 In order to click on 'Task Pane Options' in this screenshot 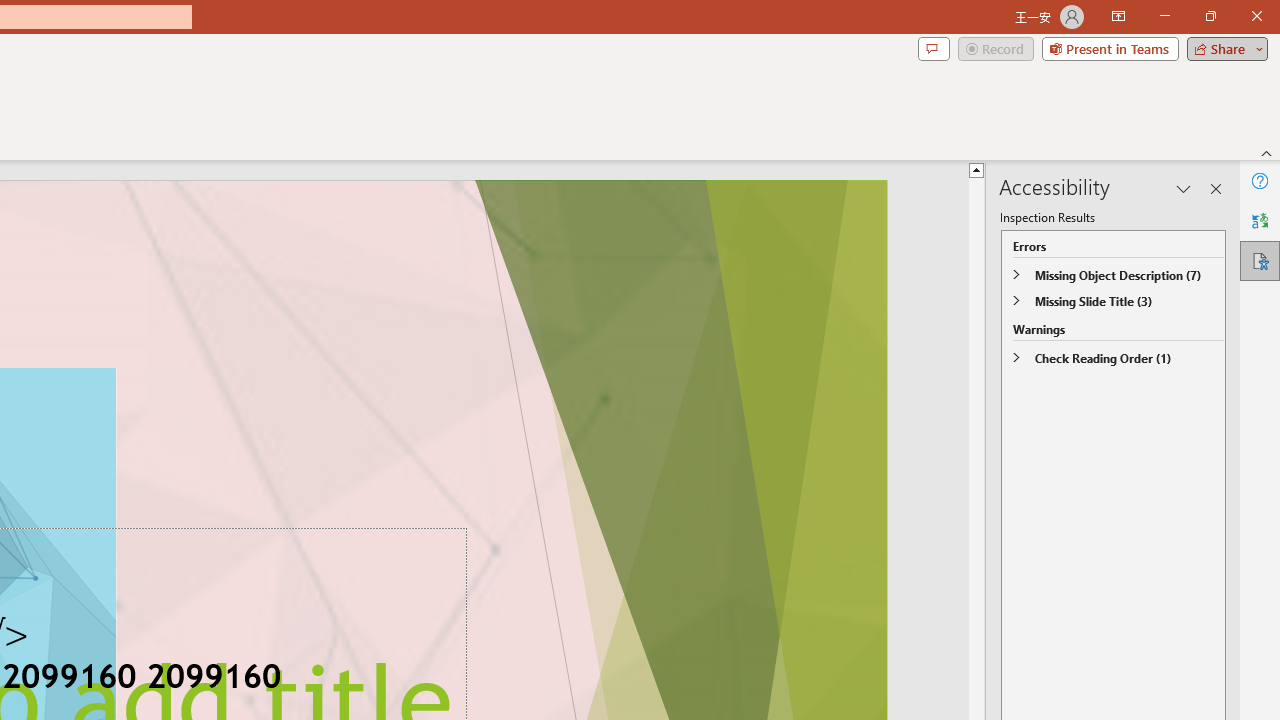, I will do `click(1184, 189)`.